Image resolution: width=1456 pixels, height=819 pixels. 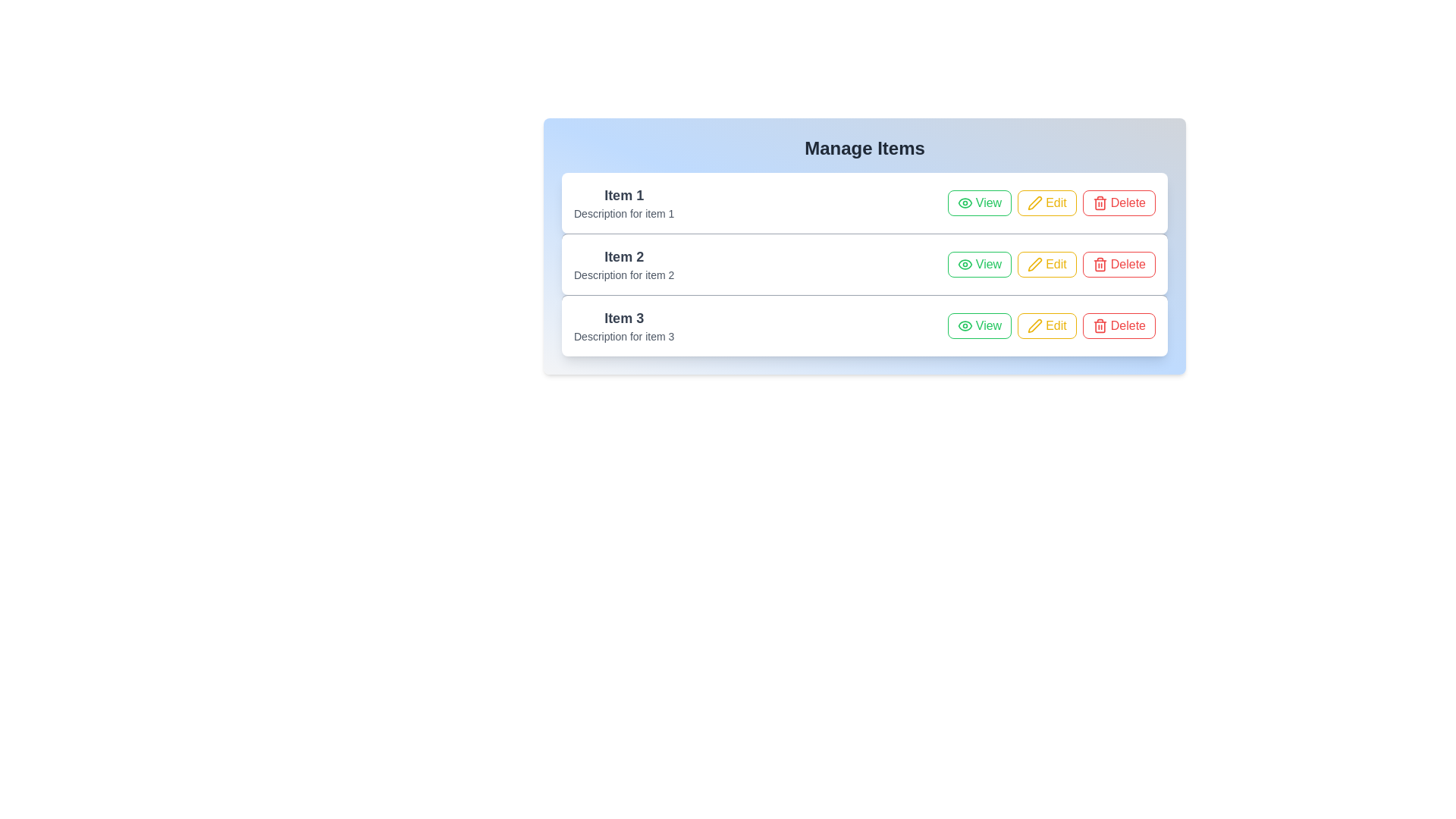 What do you see at coordinates (1046, 202) in the screenshot?
I see `the 'Edit' button for the item labeled Item 1` at bounding box center [1046, 202].